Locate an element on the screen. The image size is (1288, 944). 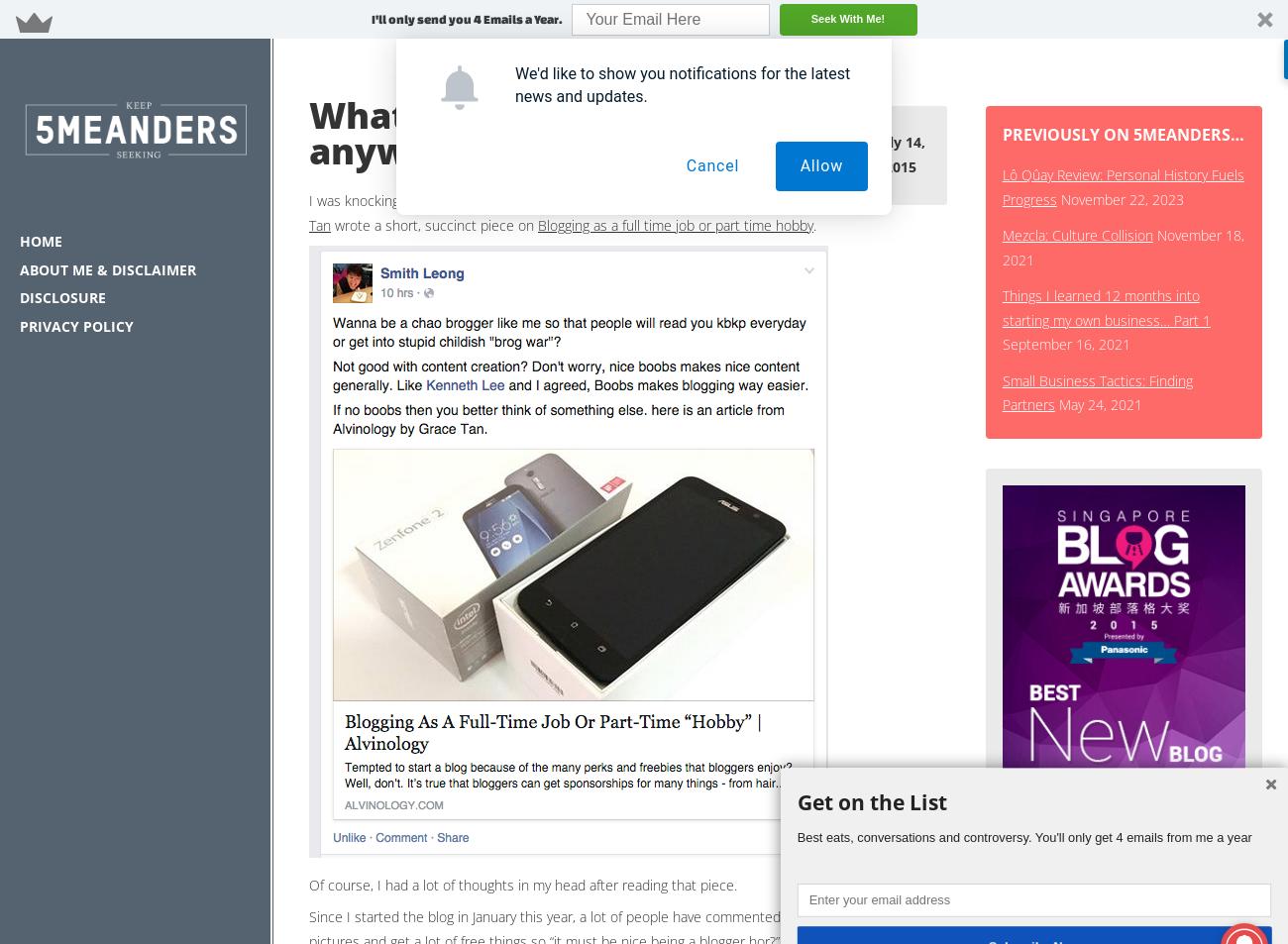
'Blogging as a full time job or part time hobby' is located at coordinates (674, 223).